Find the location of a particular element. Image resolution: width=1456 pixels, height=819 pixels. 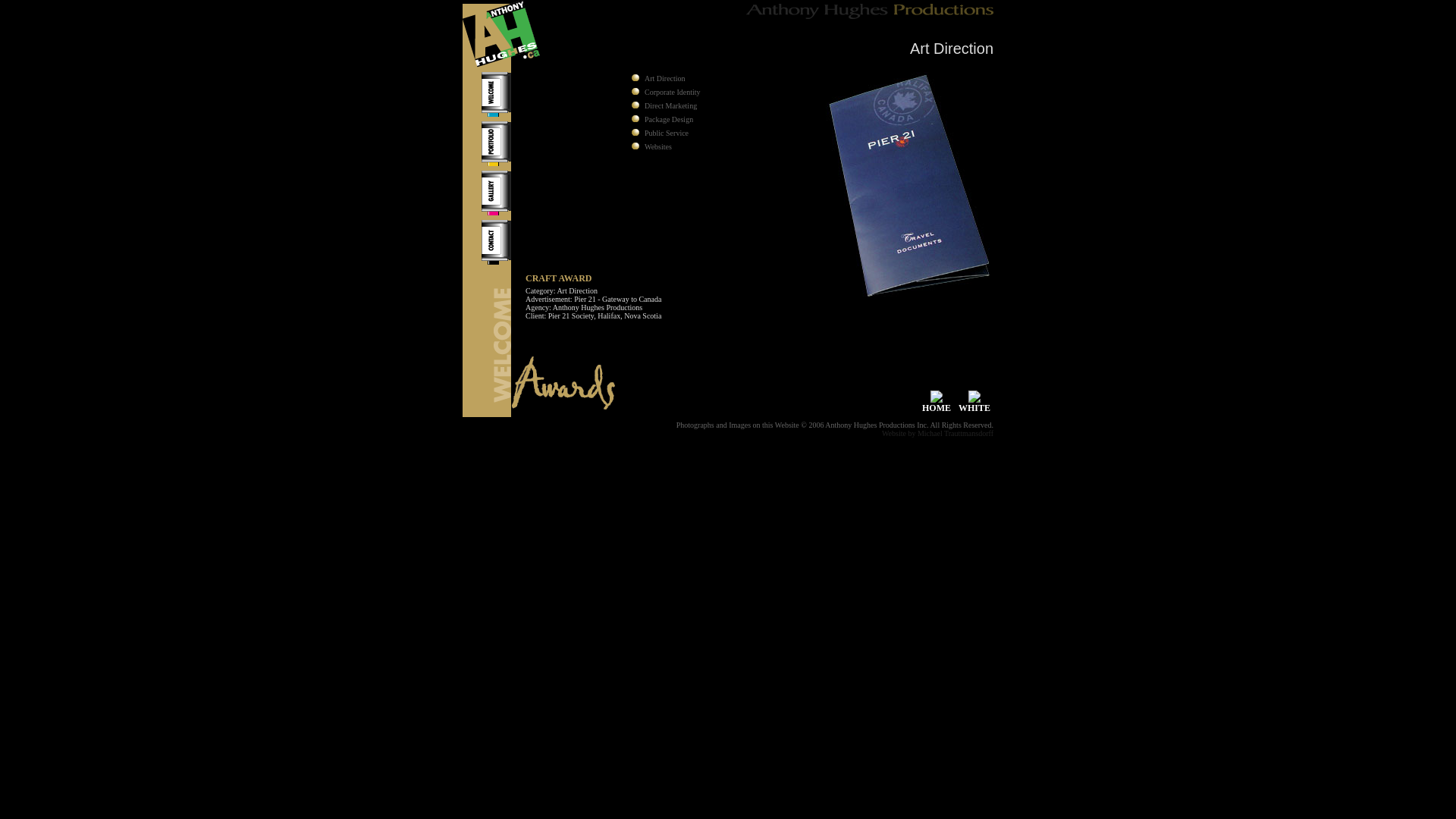

'Michael Trauttmansdorff' is located at coordinates (954, 433).